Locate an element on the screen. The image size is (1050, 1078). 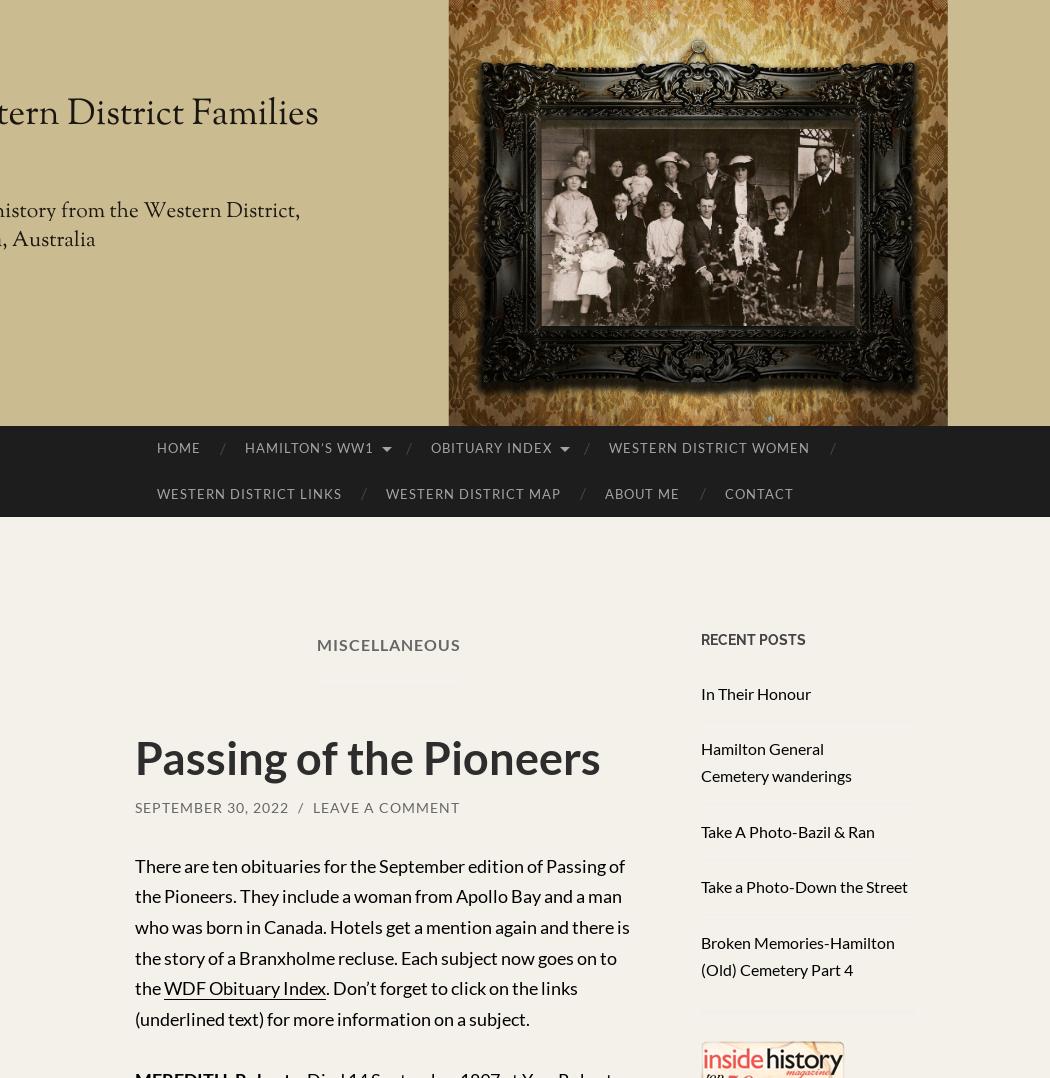
'Leave a comment' is located at coordinates (386, 806).